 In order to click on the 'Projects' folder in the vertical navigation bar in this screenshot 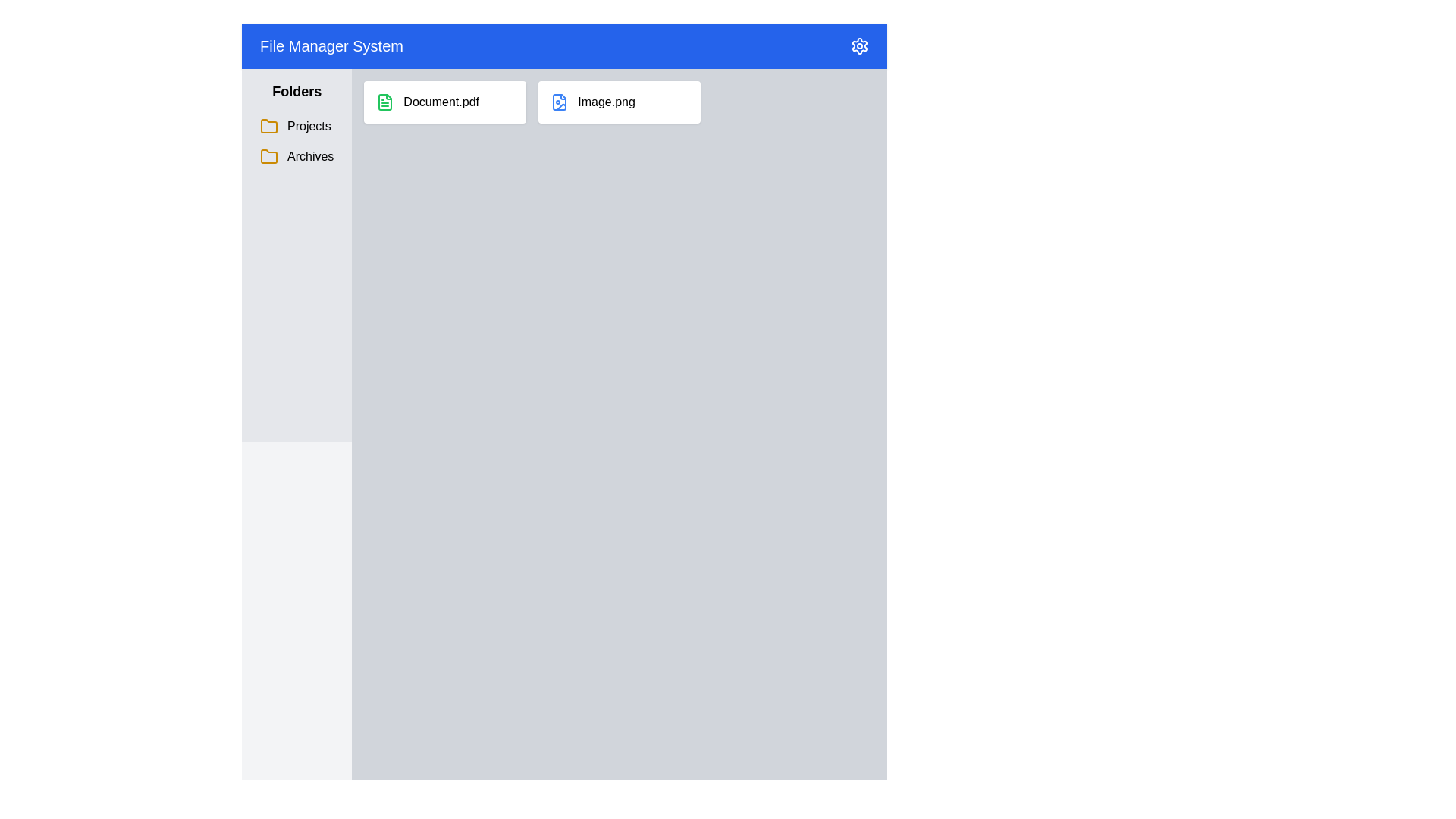, I will do `click(297, 125)`.